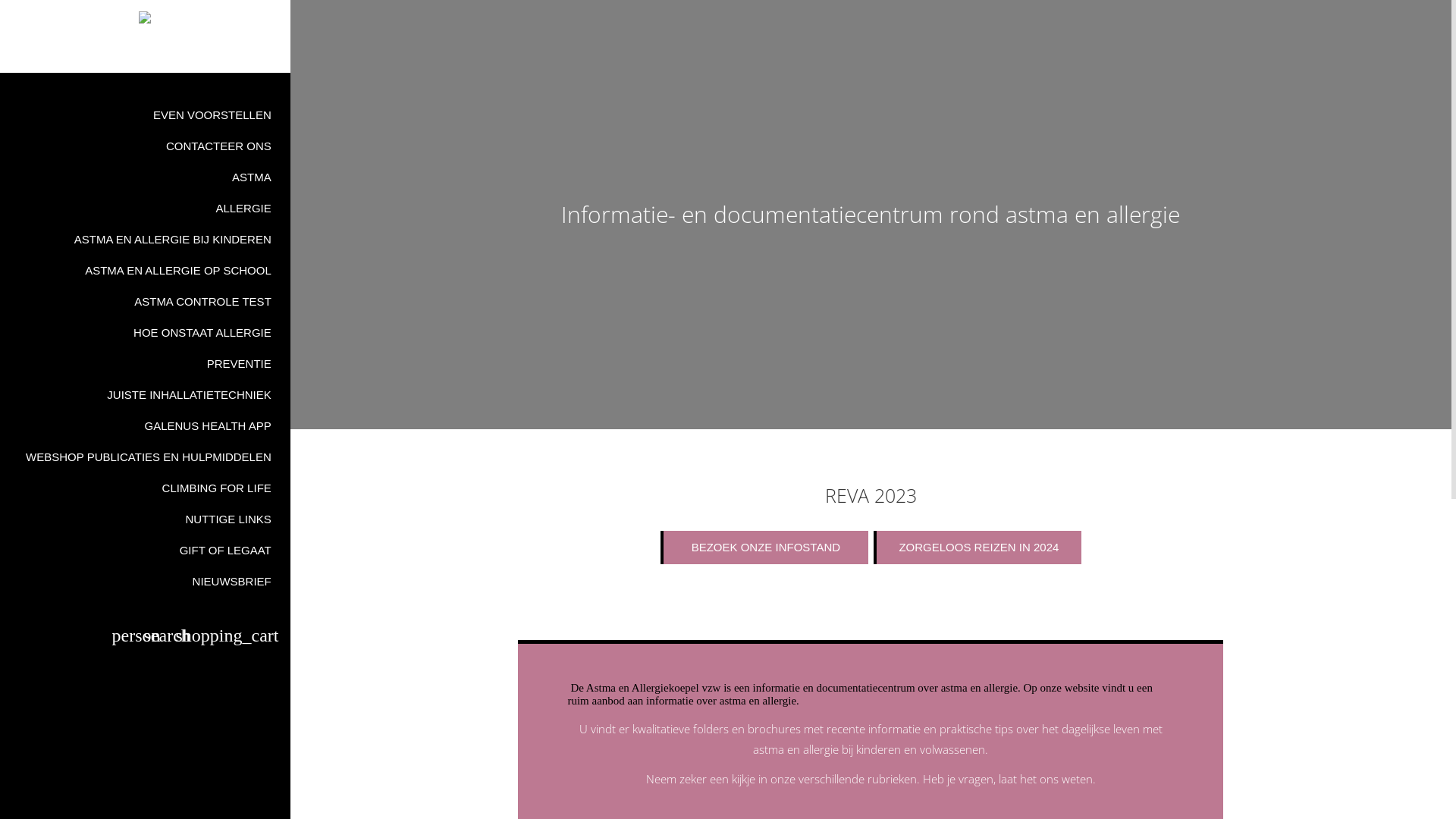 The image size is (1456, 819). Describe the element at coordinates (145, 114) in the screenshot. I see `'EVEN VOORSTELLEN'` at that location.